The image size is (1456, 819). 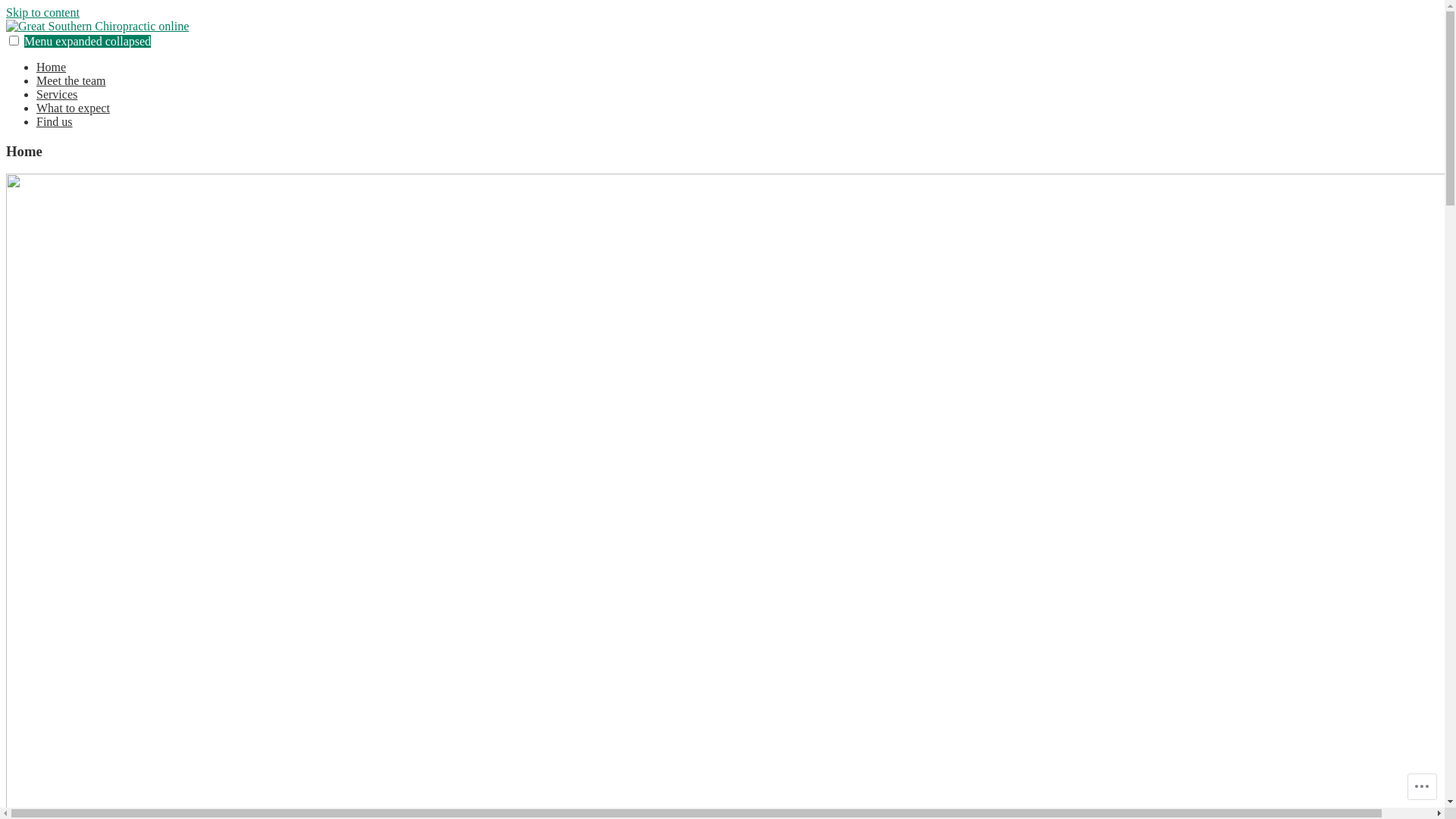 I want to click on 'Find us', so click(x=55, y=121).